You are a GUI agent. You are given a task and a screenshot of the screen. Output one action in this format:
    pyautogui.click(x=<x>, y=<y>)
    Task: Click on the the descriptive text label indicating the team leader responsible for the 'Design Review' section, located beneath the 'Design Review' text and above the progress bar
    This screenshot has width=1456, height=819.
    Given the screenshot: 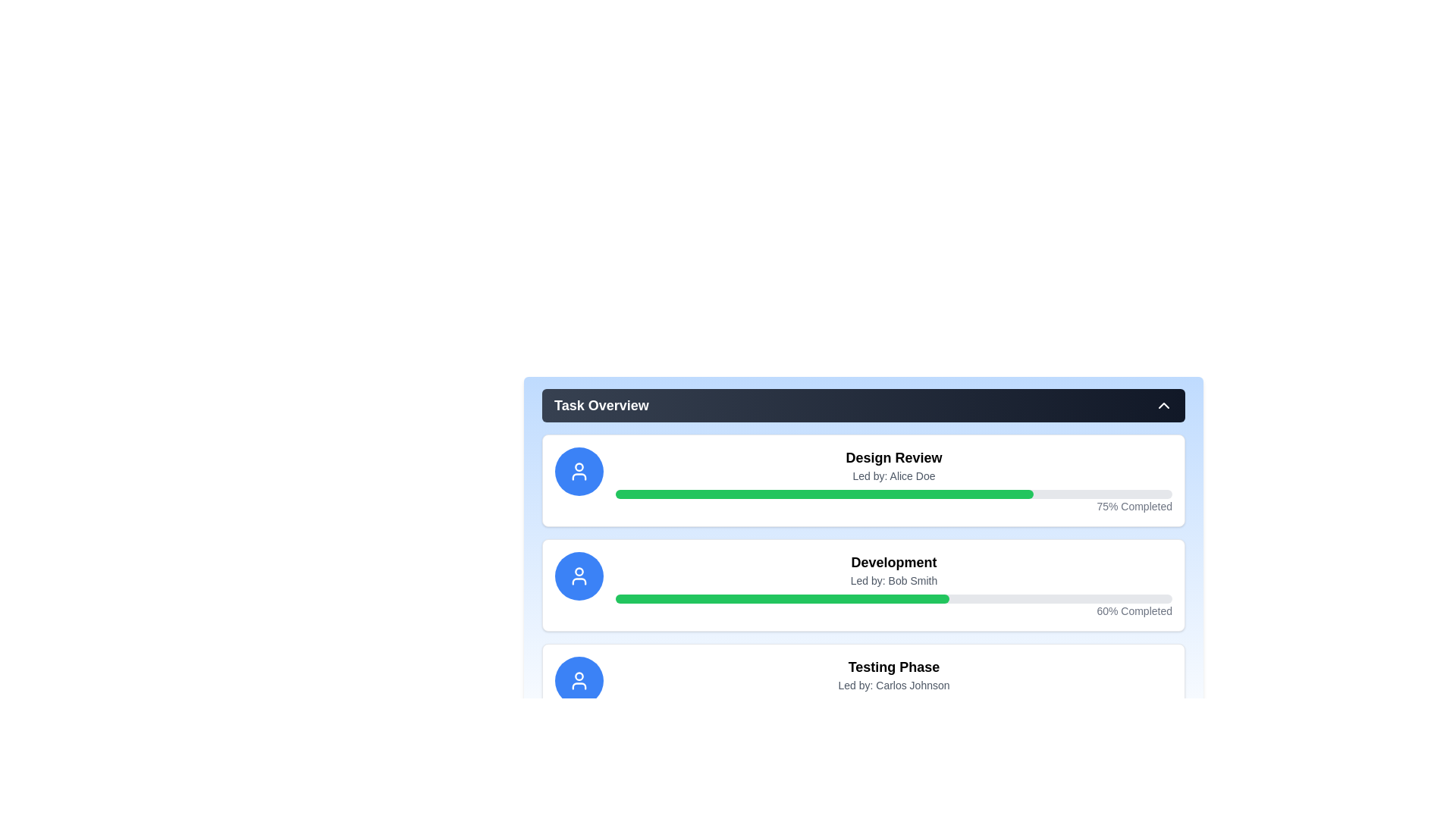 What is the action you would take?
    pyautogui.click(x=894, y=475)
    